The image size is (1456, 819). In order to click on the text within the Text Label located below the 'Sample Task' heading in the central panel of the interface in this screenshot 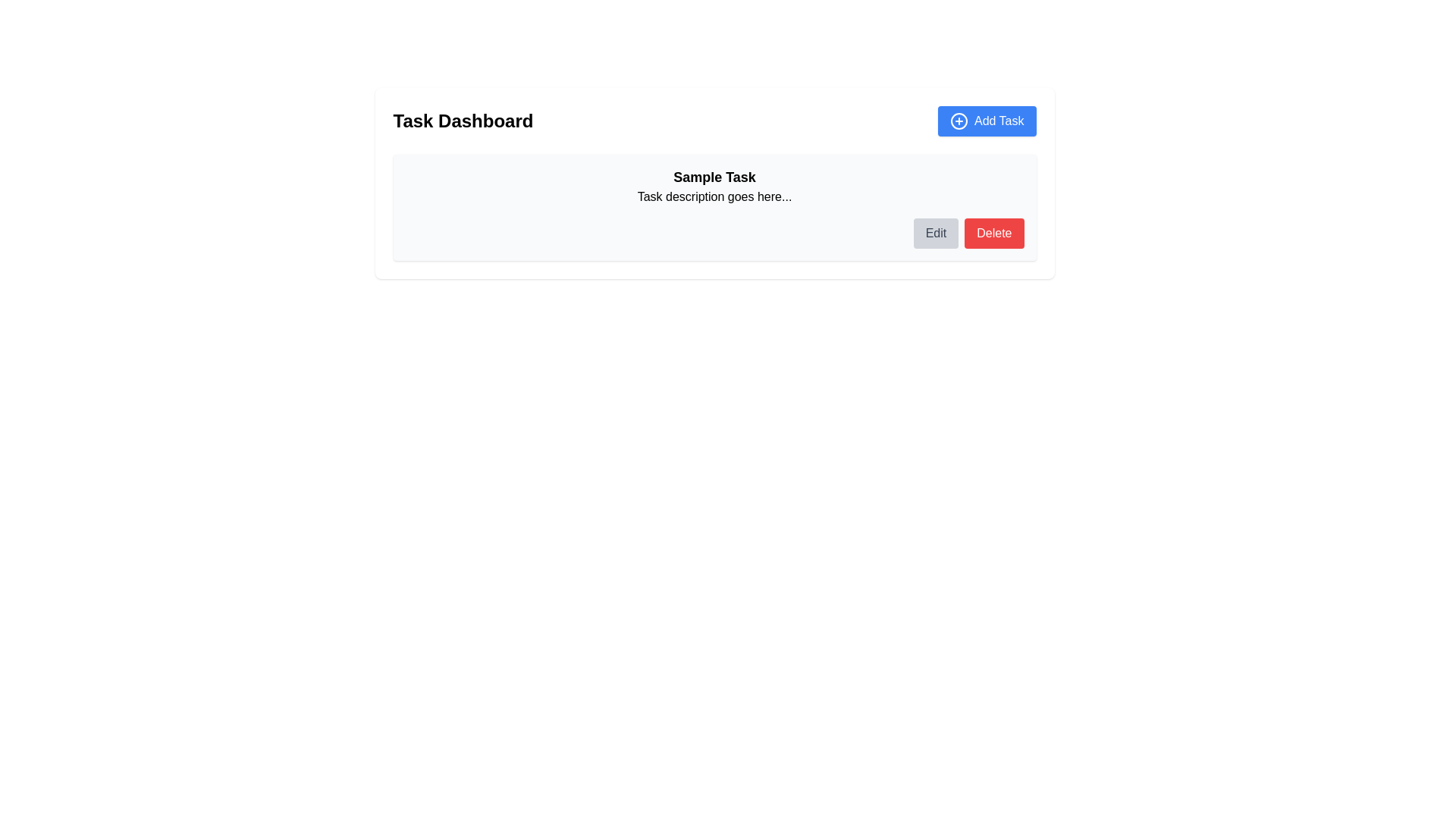, I will do `click(714, 196)`.